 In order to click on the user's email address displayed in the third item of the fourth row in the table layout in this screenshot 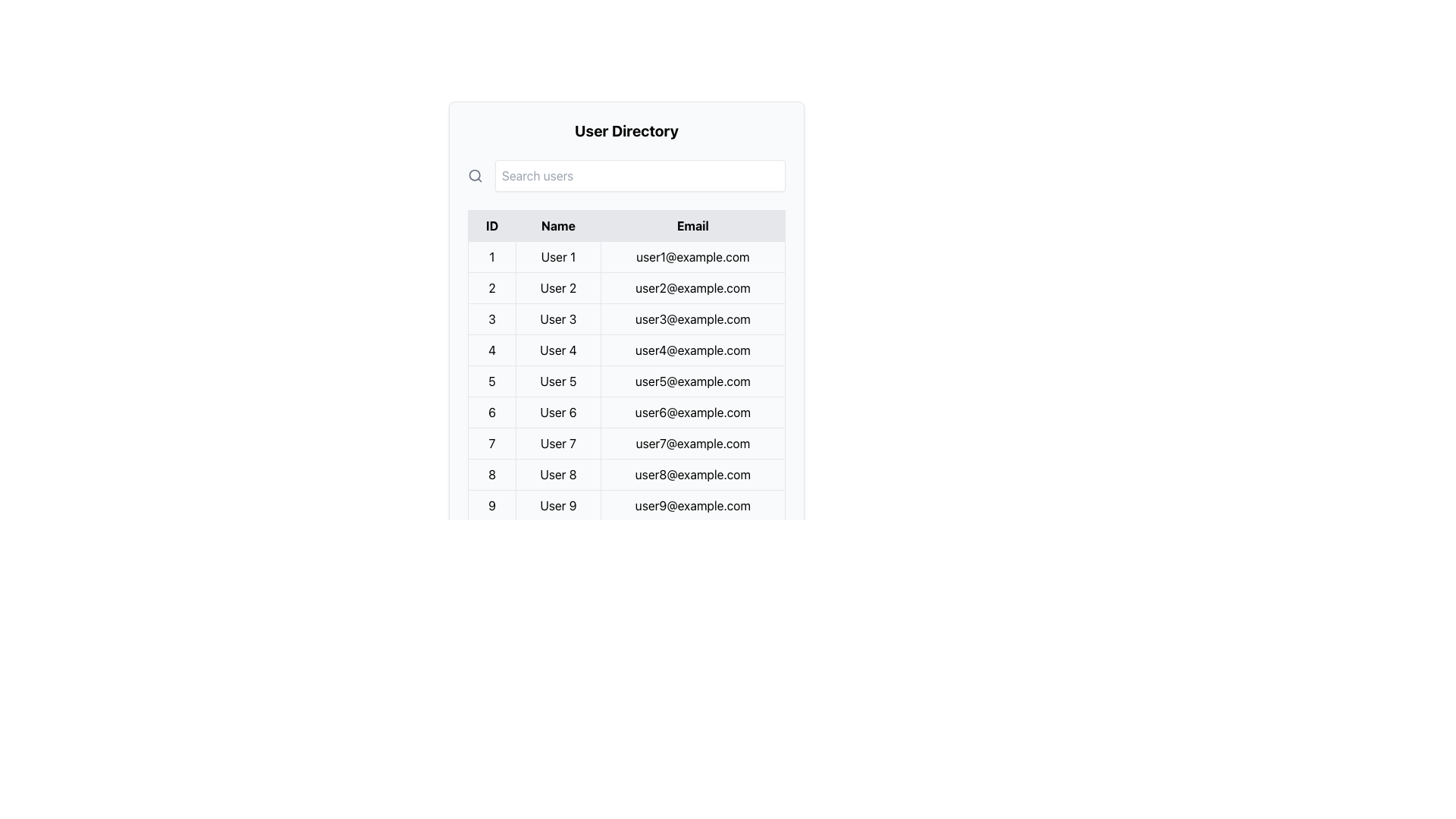, I will do `click(692, 350)`.